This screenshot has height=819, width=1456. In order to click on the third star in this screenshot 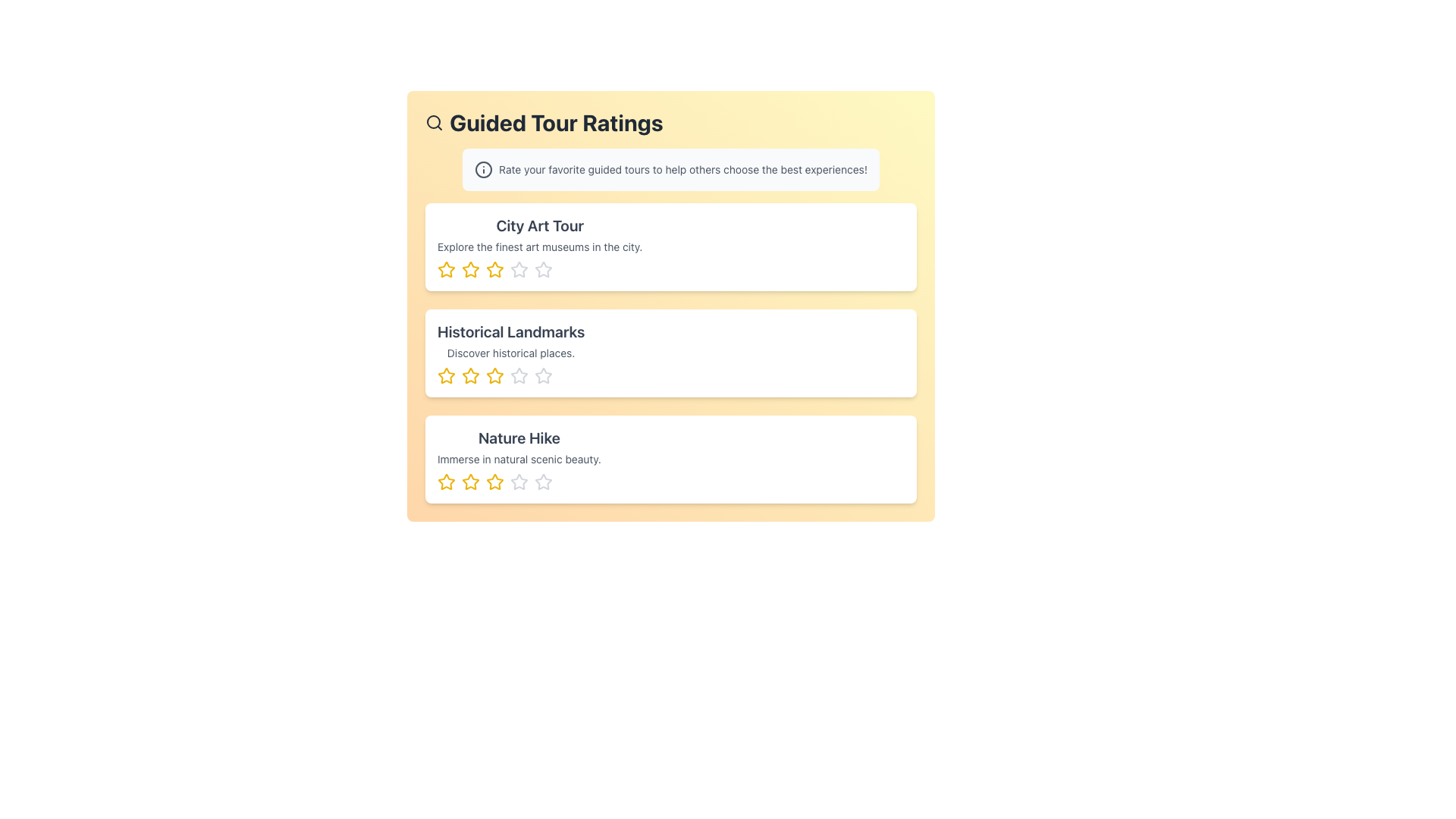, I will do `click(494, 375)`.